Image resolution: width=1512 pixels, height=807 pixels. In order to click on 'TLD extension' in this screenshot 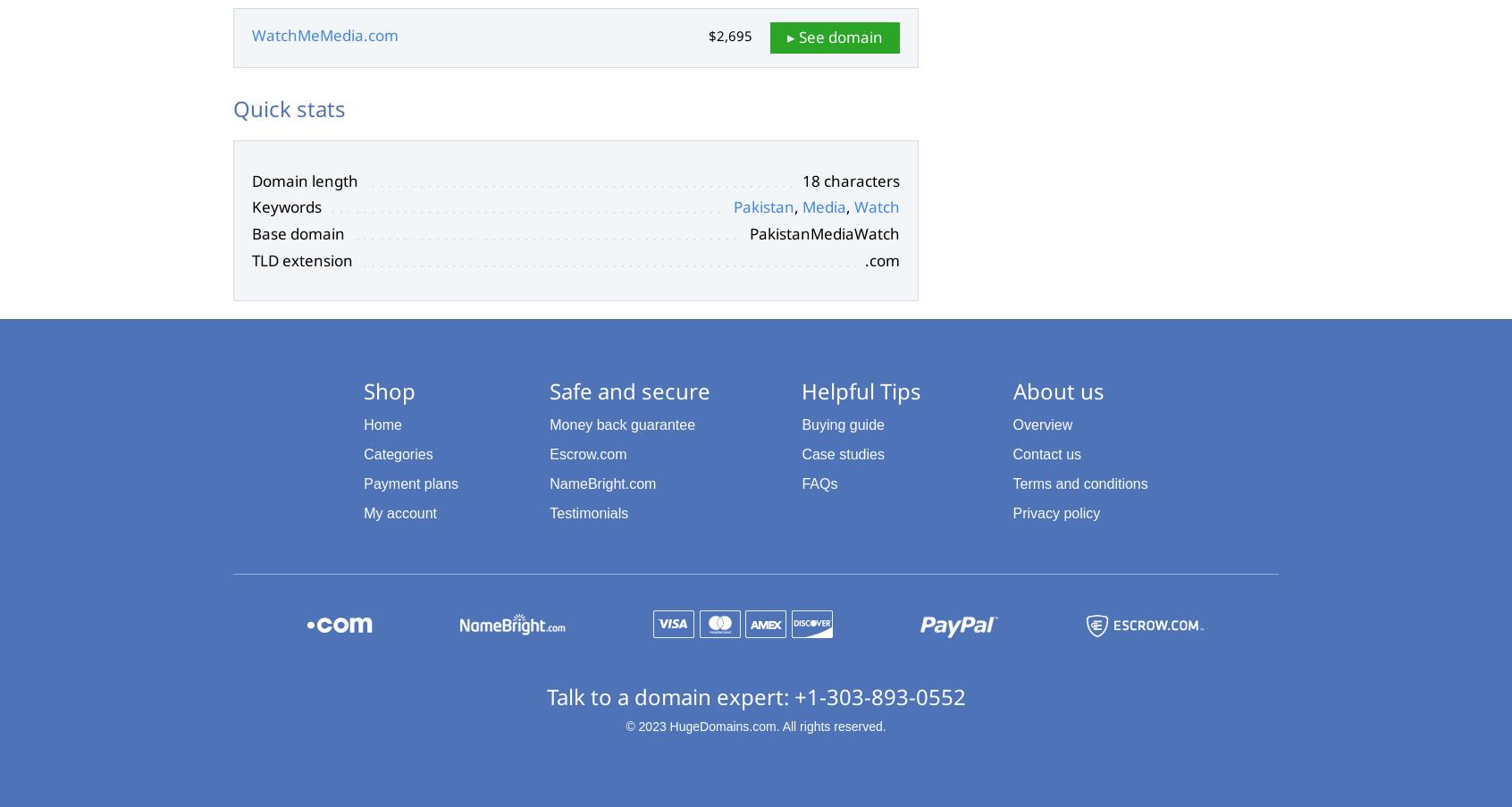, I will do `click(301, 258)`.